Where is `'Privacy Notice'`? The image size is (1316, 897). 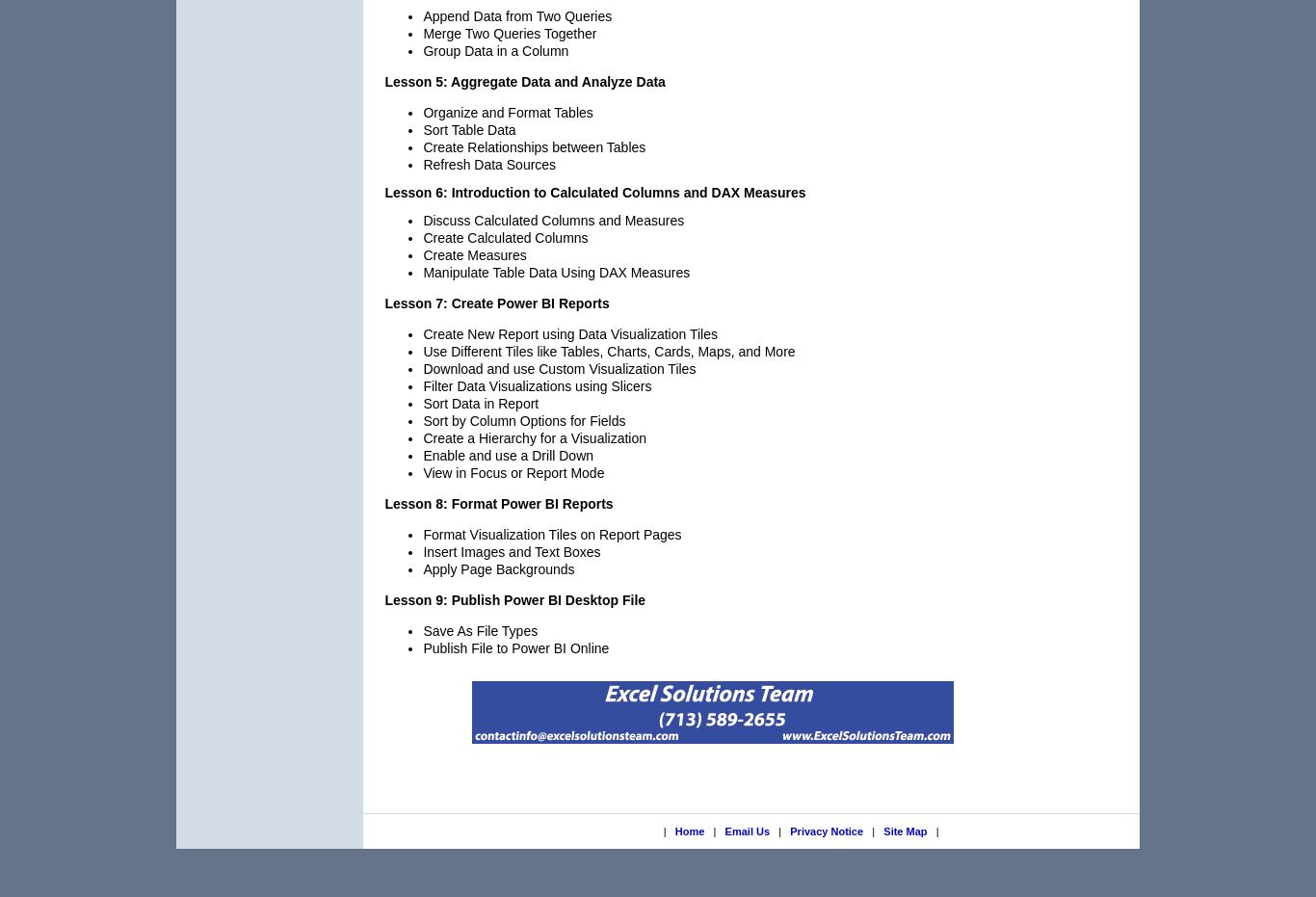
'Privacy Notice' is located at coordinates (789, 831).